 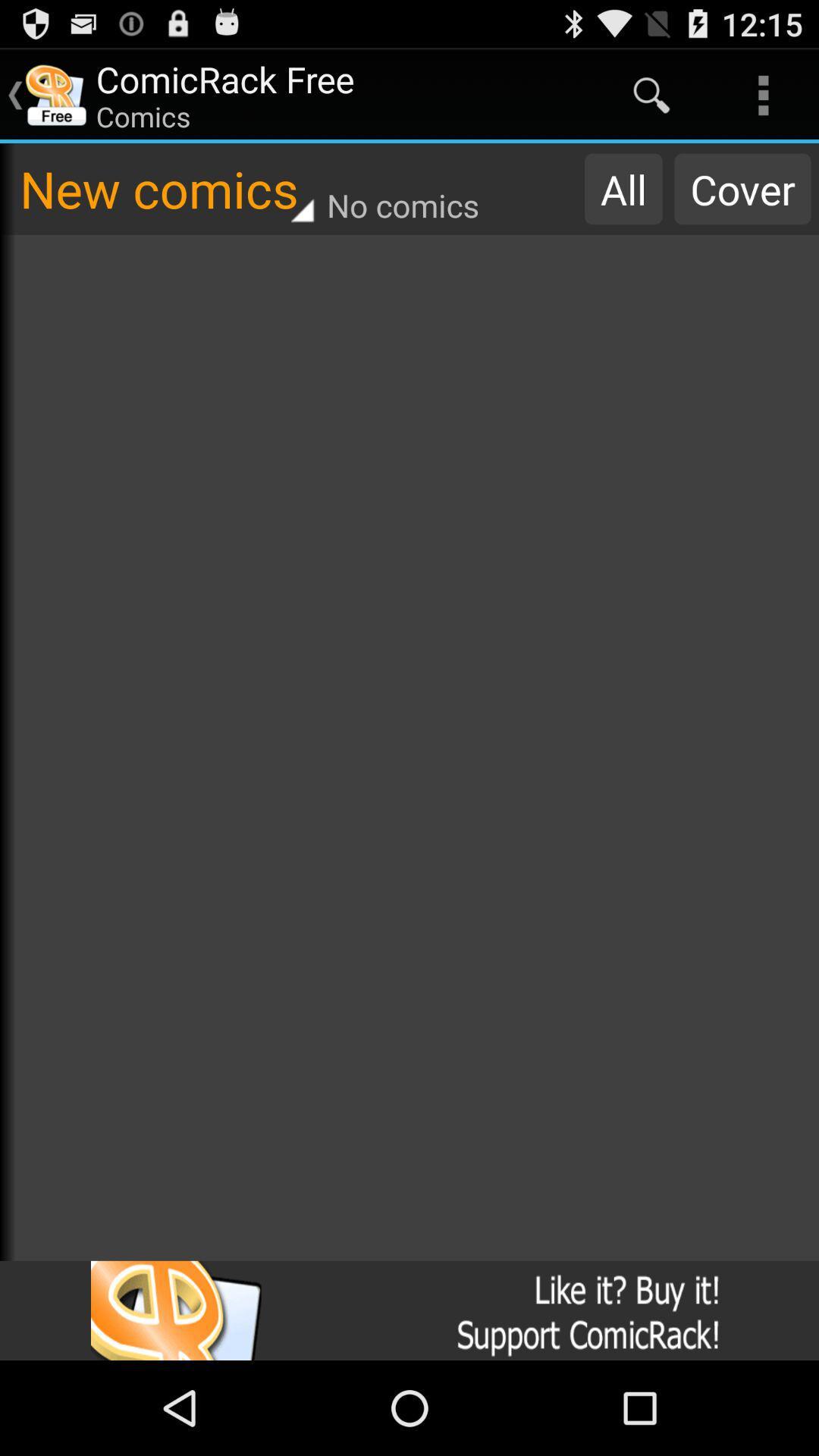 I want to click on advertisement, so click(x=409, y=1310).